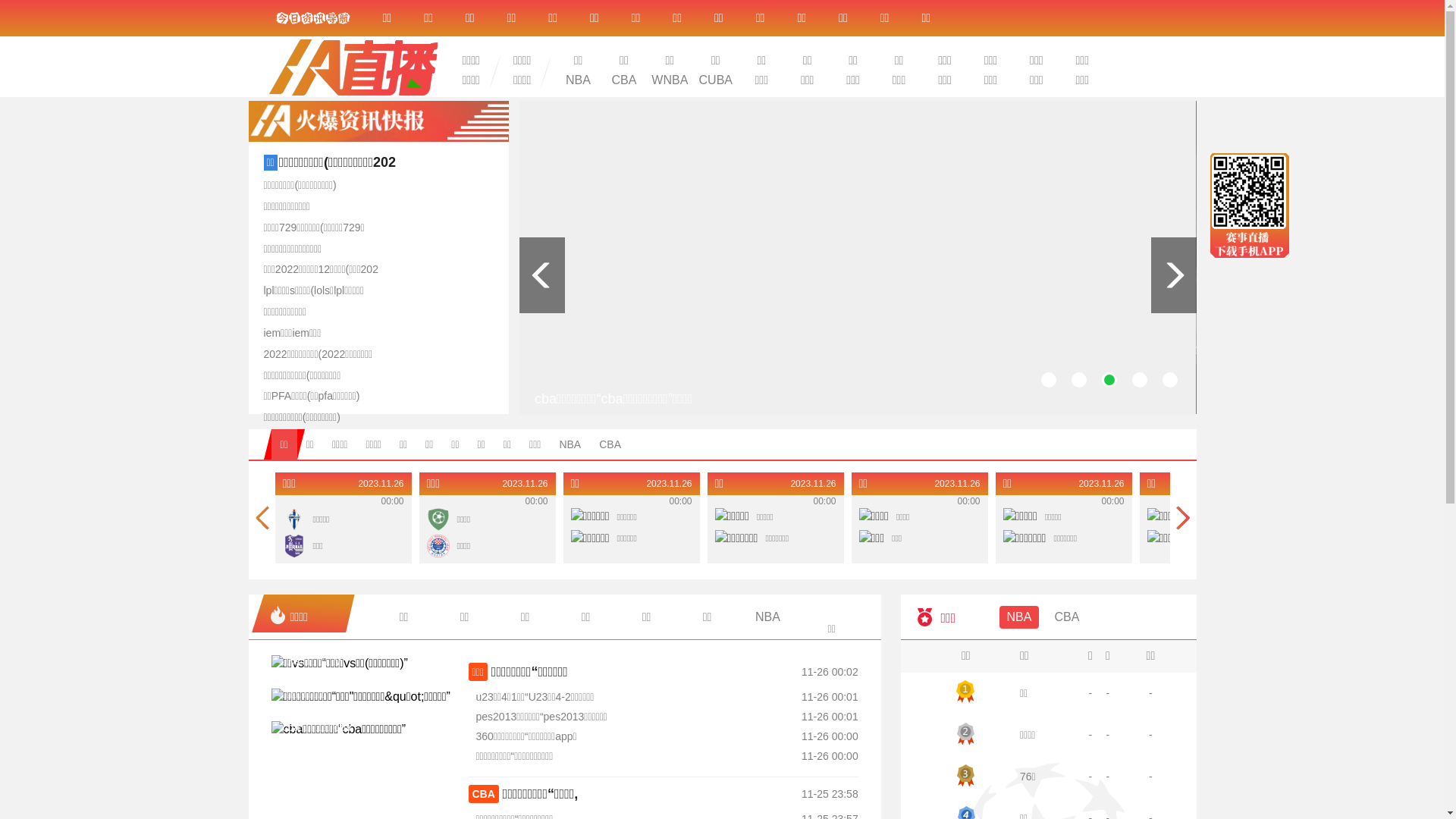  I want to click on 'WNBA', so click(669, 80).